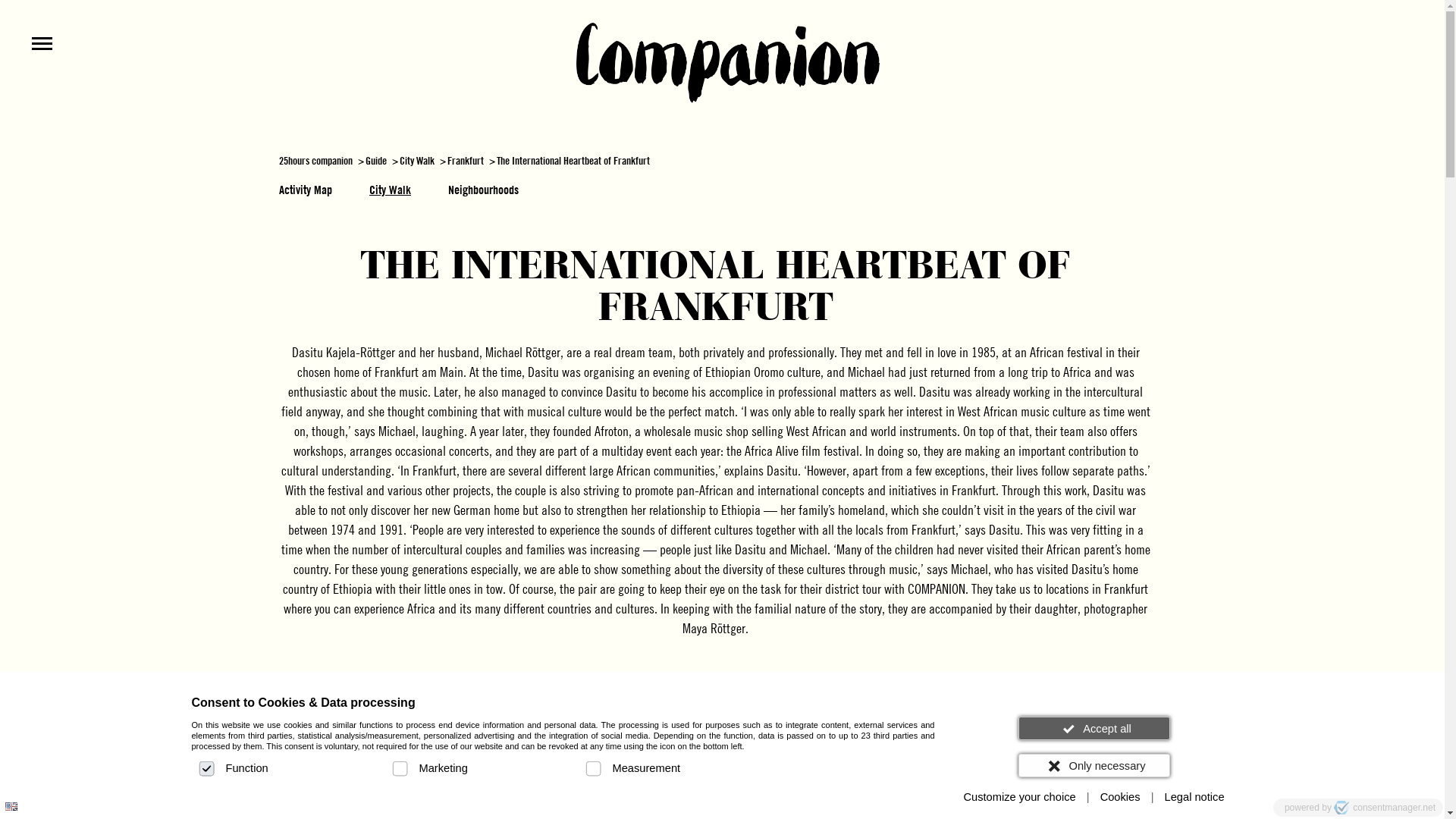 The height and width of the screenshot is (819, 1456). Describe the element at coordinates (279, 160) in the screenshot. I see `'25hours companion'` at that location.